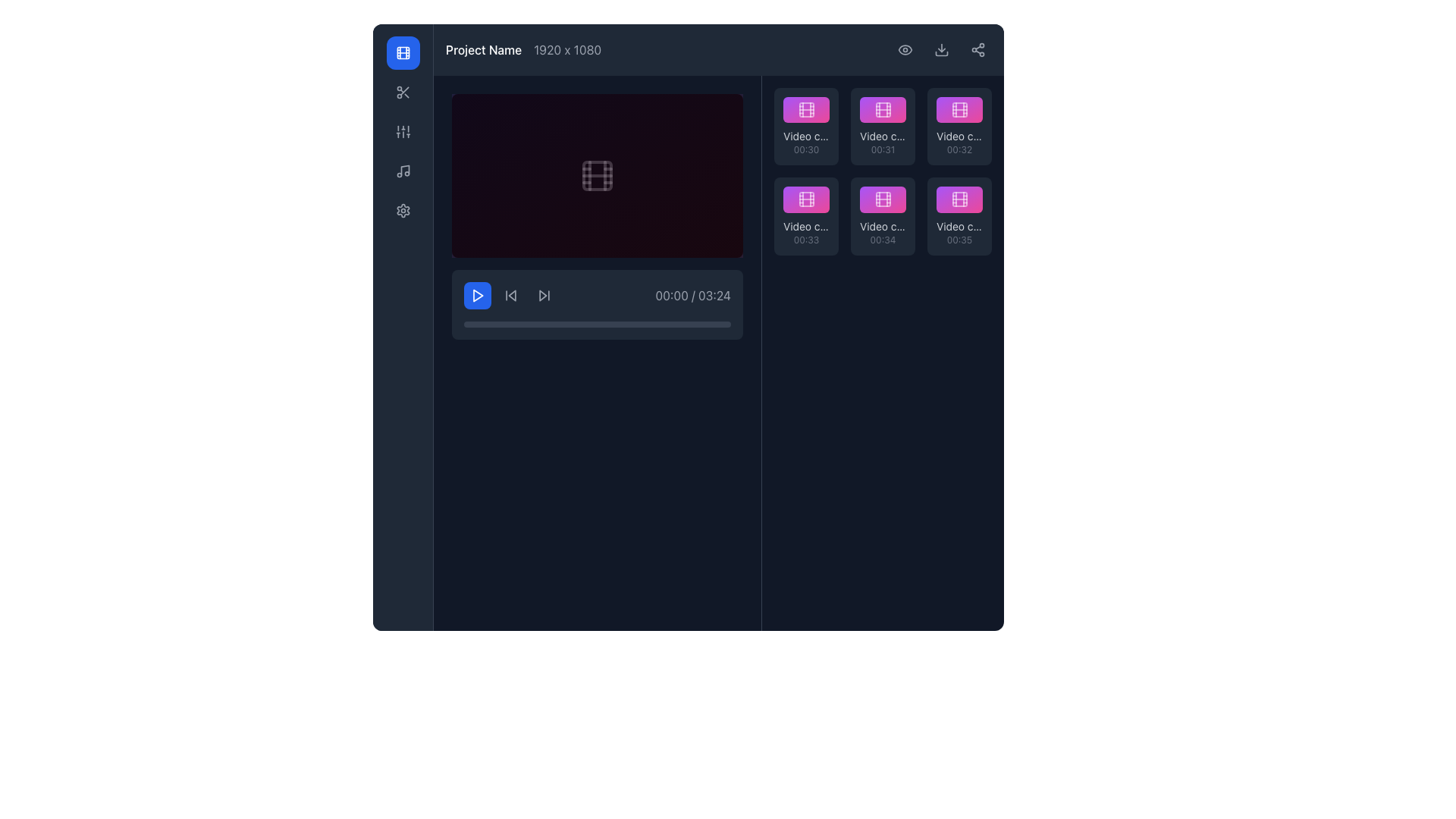  I want to click on the circular button with an eye icon in the top-right corner of the interface, so click(905, 49).